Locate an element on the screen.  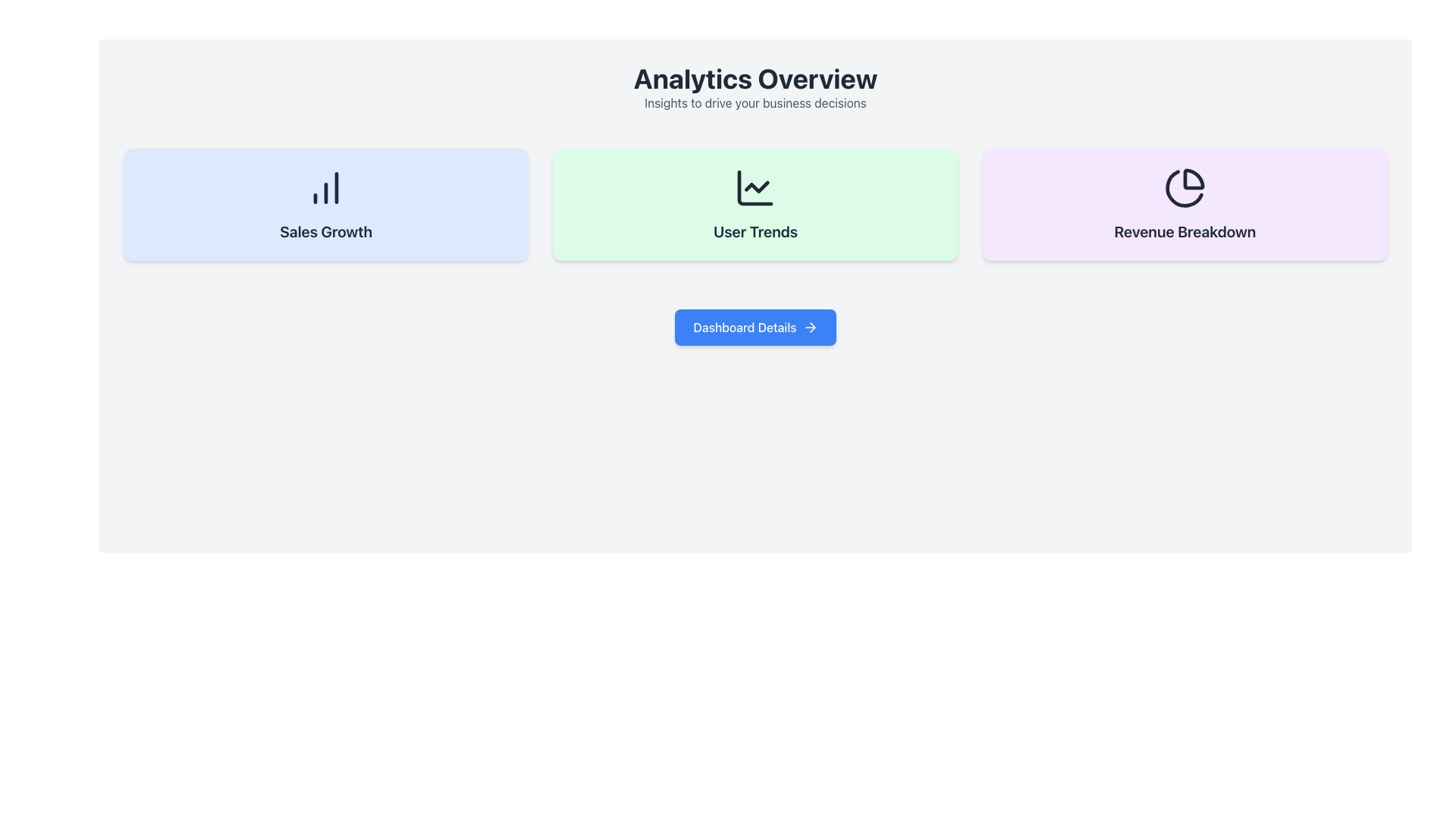
the 'Revenue Breakdown' text label which is displayed in bold, dark gray font at the lower segment of the third card with a light purple background is located at coordinates (1184, 231).